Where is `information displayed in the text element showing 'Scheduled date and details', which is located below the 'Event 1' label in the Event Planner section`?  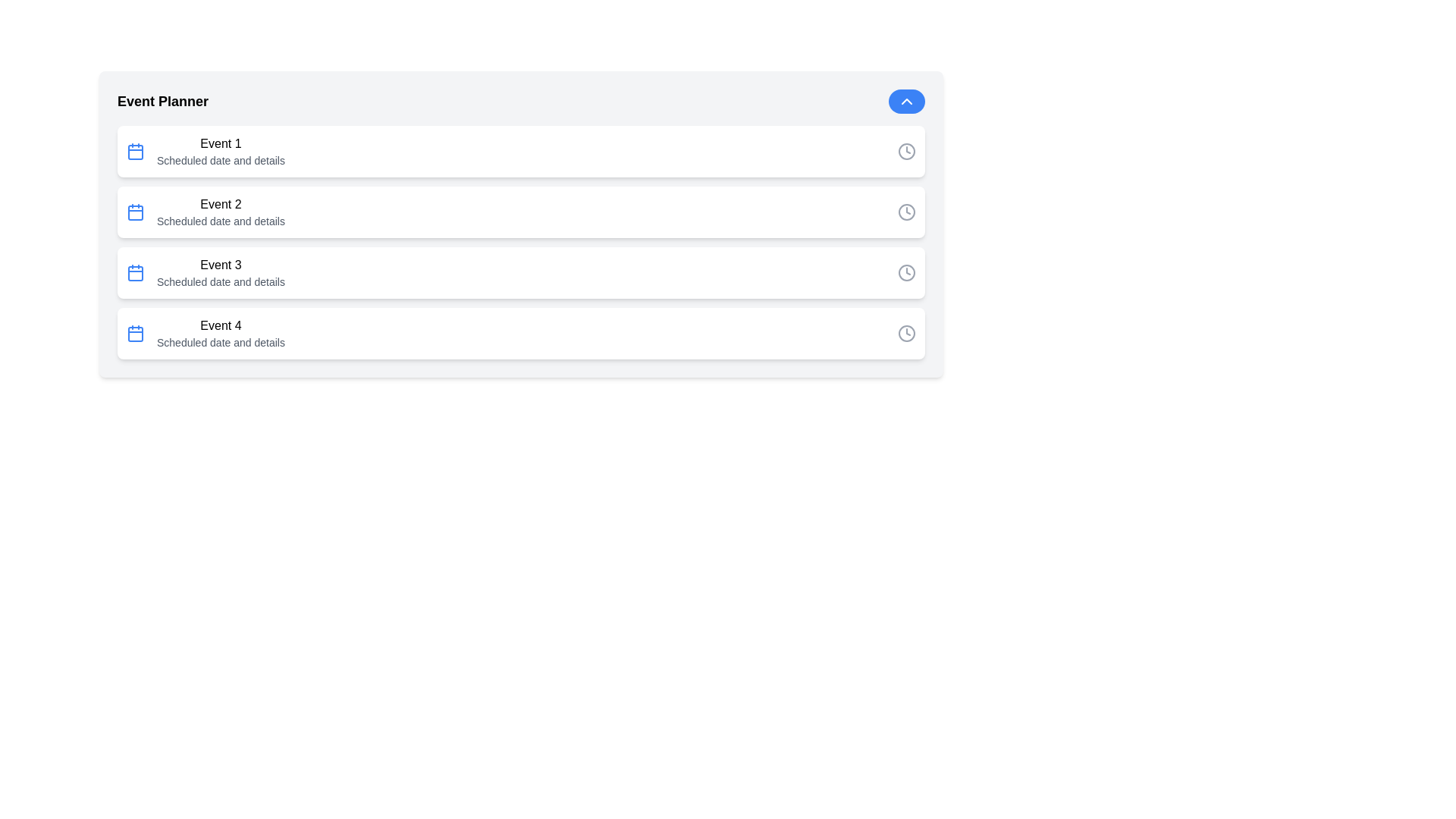 information displayed in the text element showing 'Scheduled date and details', which is located below the 'Event 1' label in the Event Planner section is located at coordinates (220, 161).